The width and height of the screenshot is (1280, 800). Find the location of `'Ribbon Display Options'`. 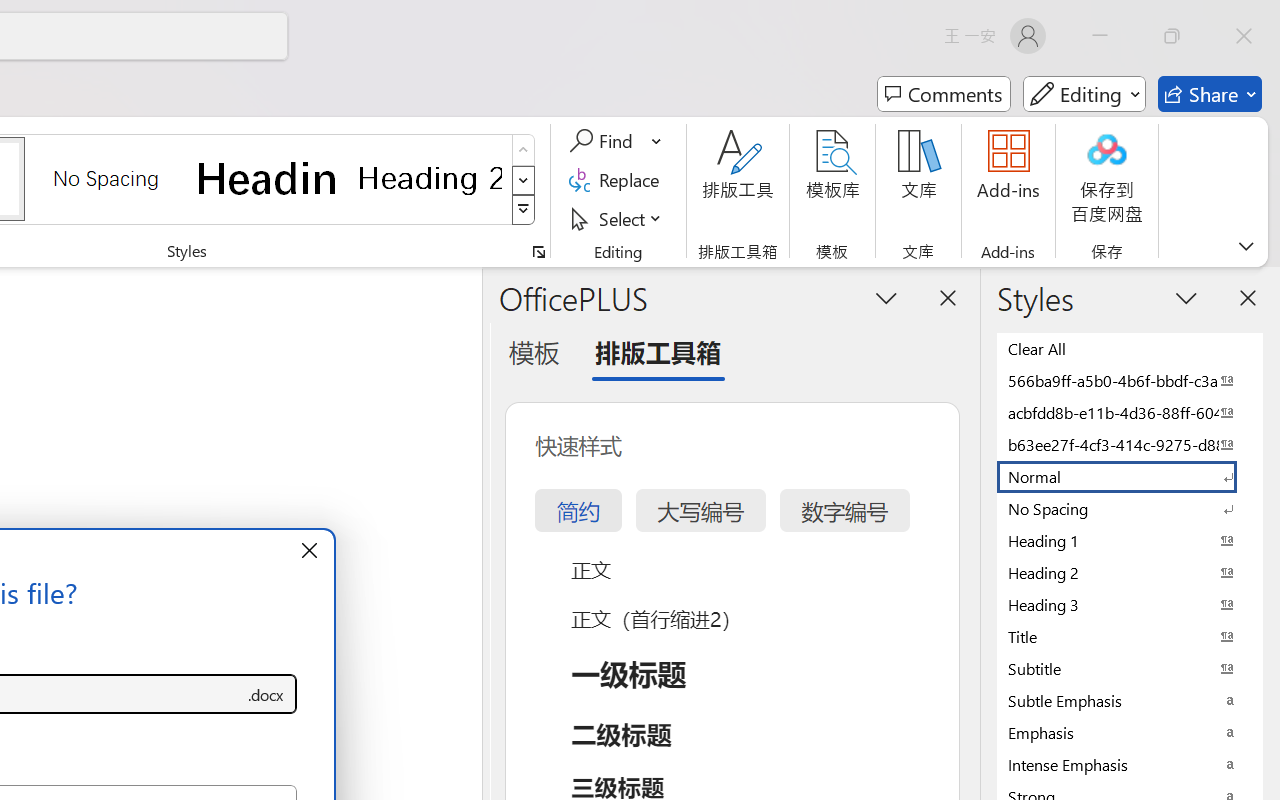

'Ribbon Display Options' is located at coordinates (1245, 245).